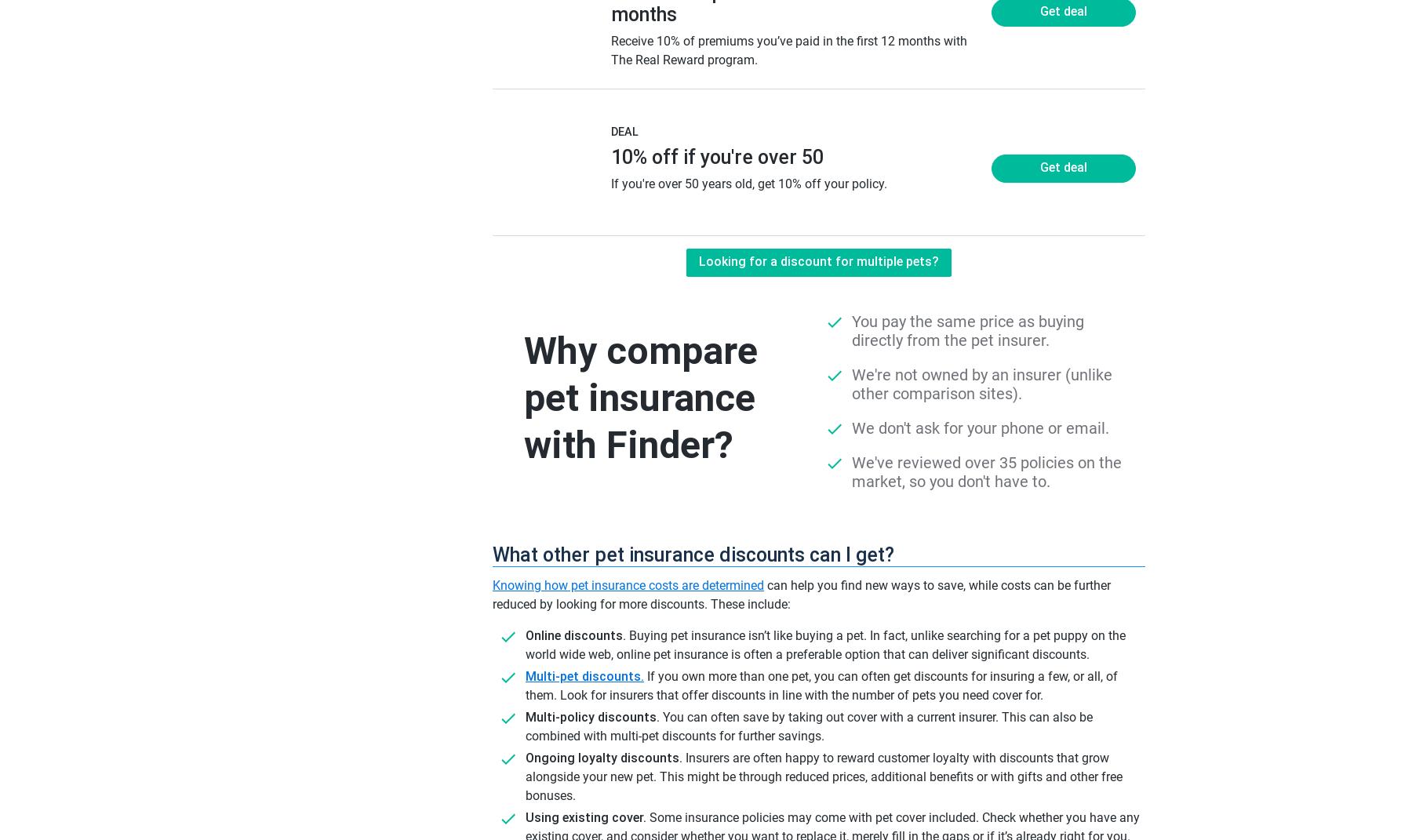 Image resolution: width=1412 pixels, height=840 pixels. I want to click on 'We're not owned by an insurer (unlike other comparison sites).', so click(982, 383).